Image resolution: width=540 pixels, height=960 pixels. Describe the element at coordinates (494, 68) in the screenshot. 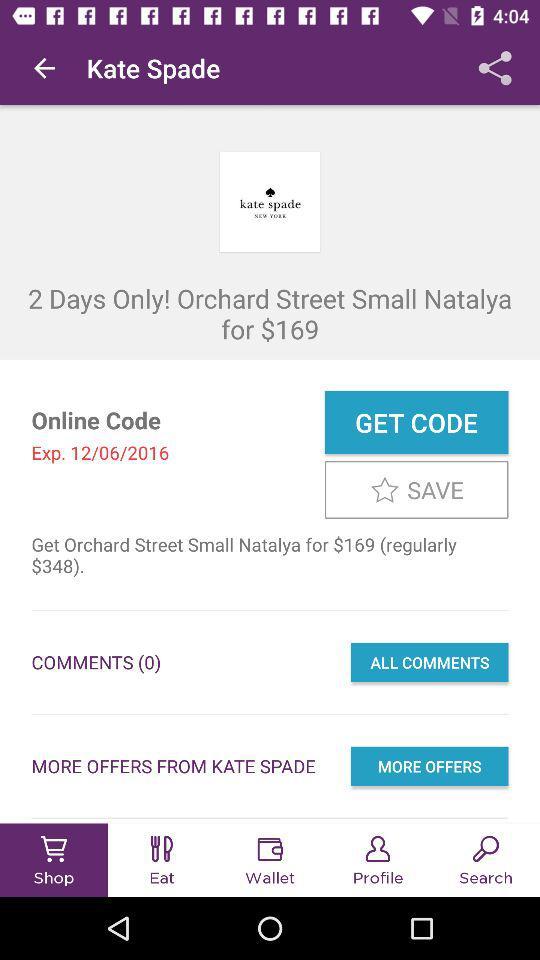

I see `the item above 2 days only icon` at that location.